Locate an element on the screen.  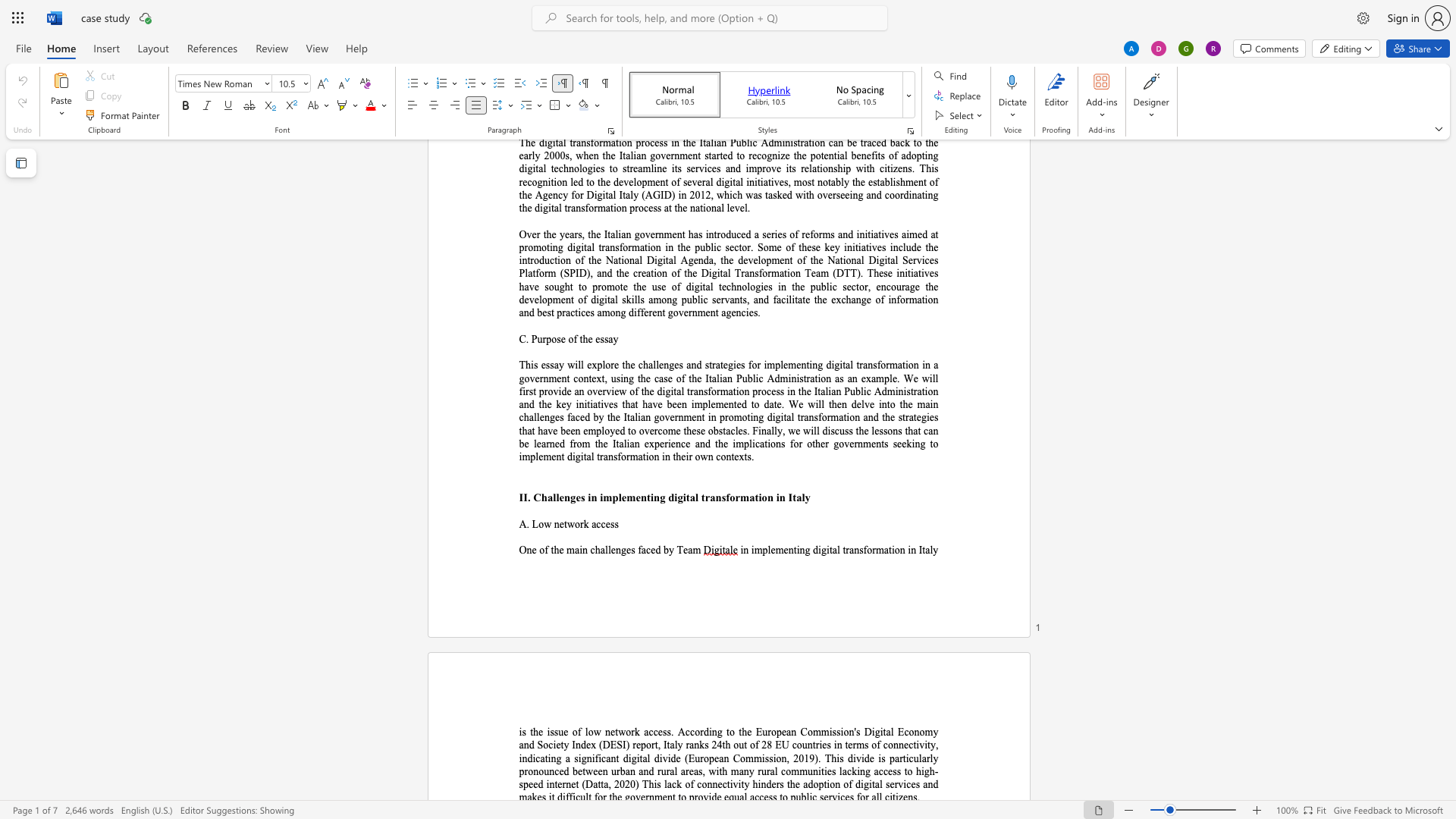
the space between the continuous character "a" and "s" in the text is located at coordinates (697, 771).